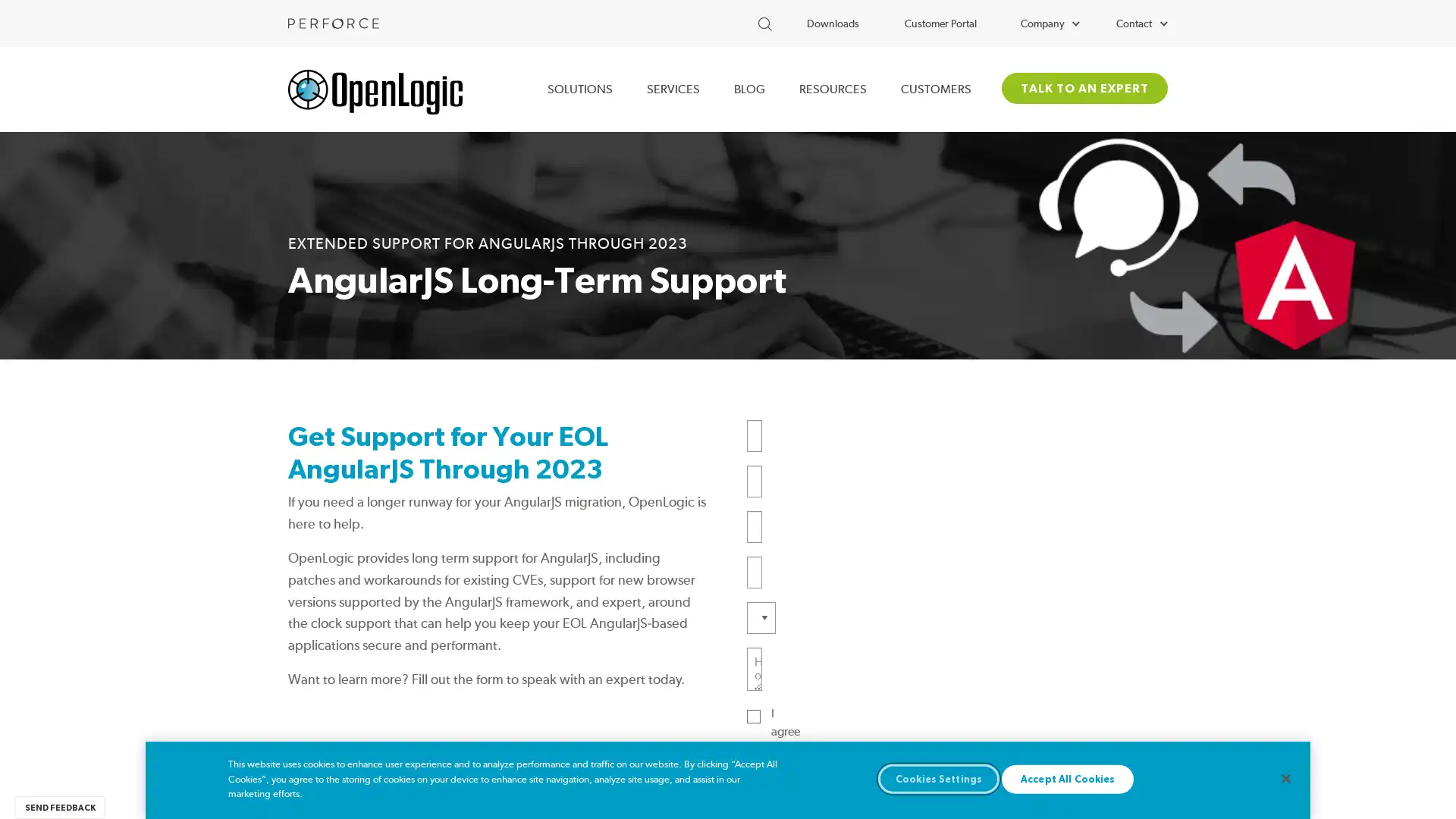  Describe the element at coordinates (1066, 778) in the screenshot. I see `Accept All Cookies` at that location.